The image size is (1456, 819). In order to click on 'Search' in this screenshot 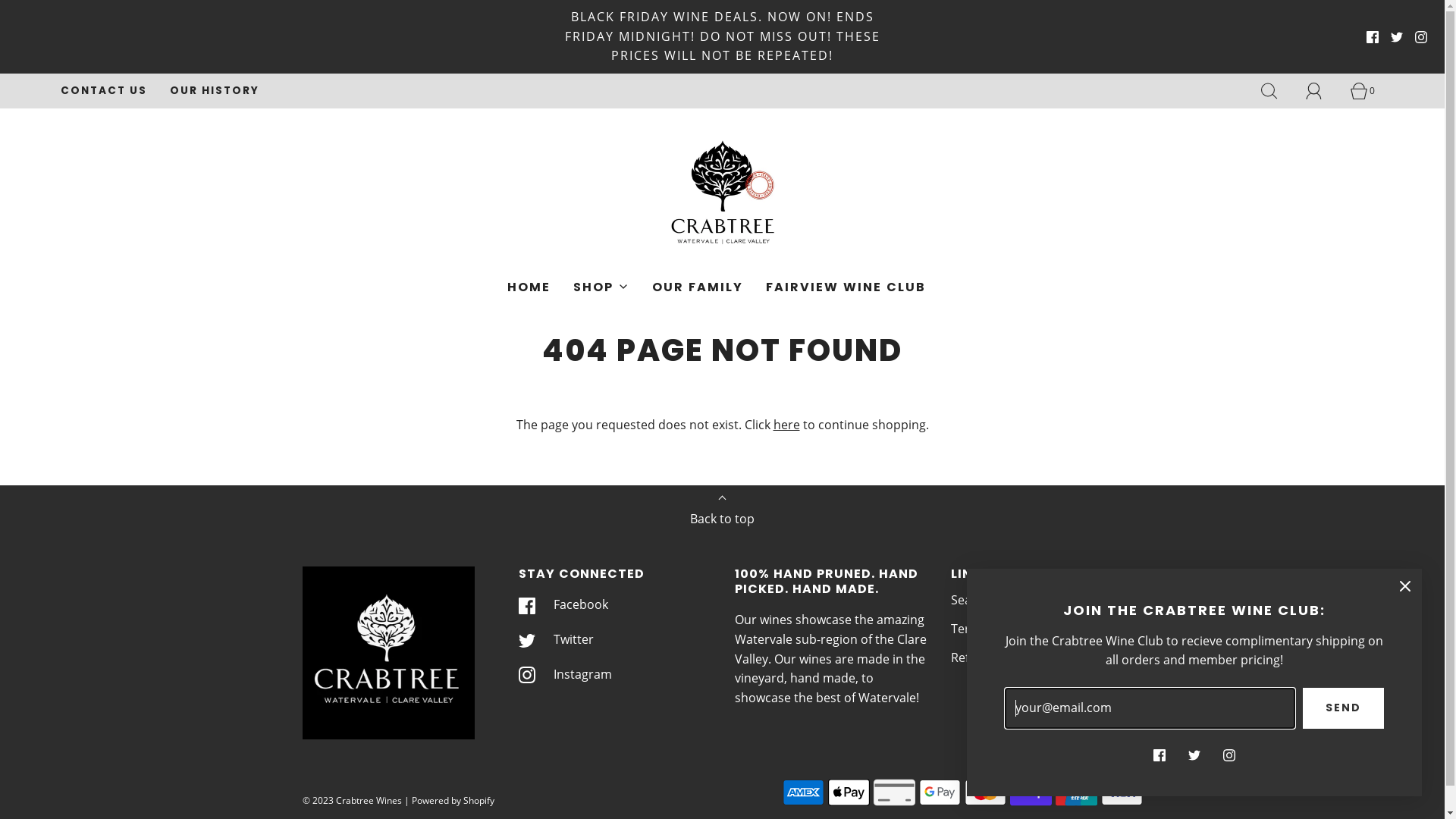, I will do `click(971, 599)`.